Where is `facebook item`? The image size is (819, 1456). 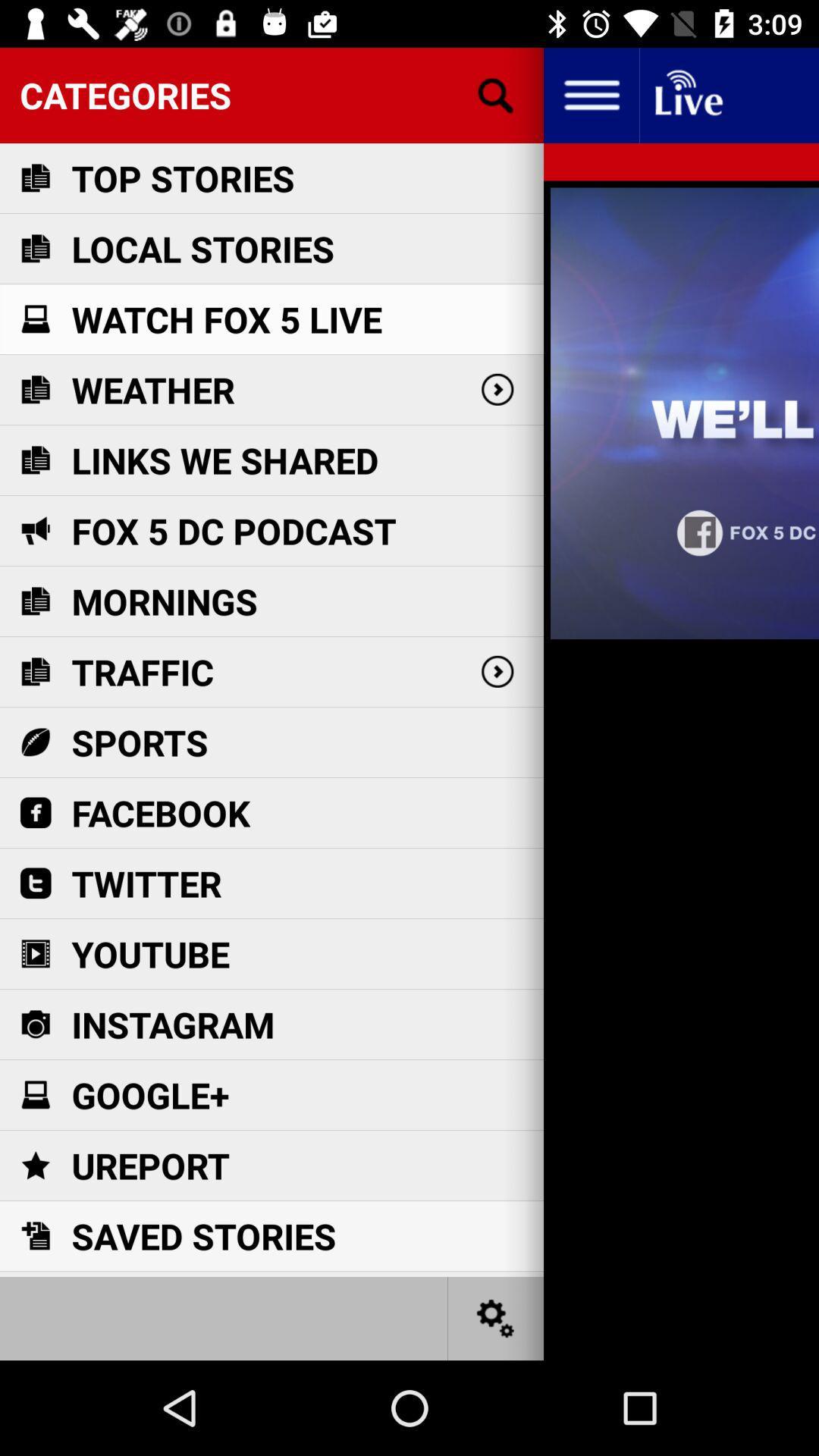 facebook item is located at coordinates (161, 812).